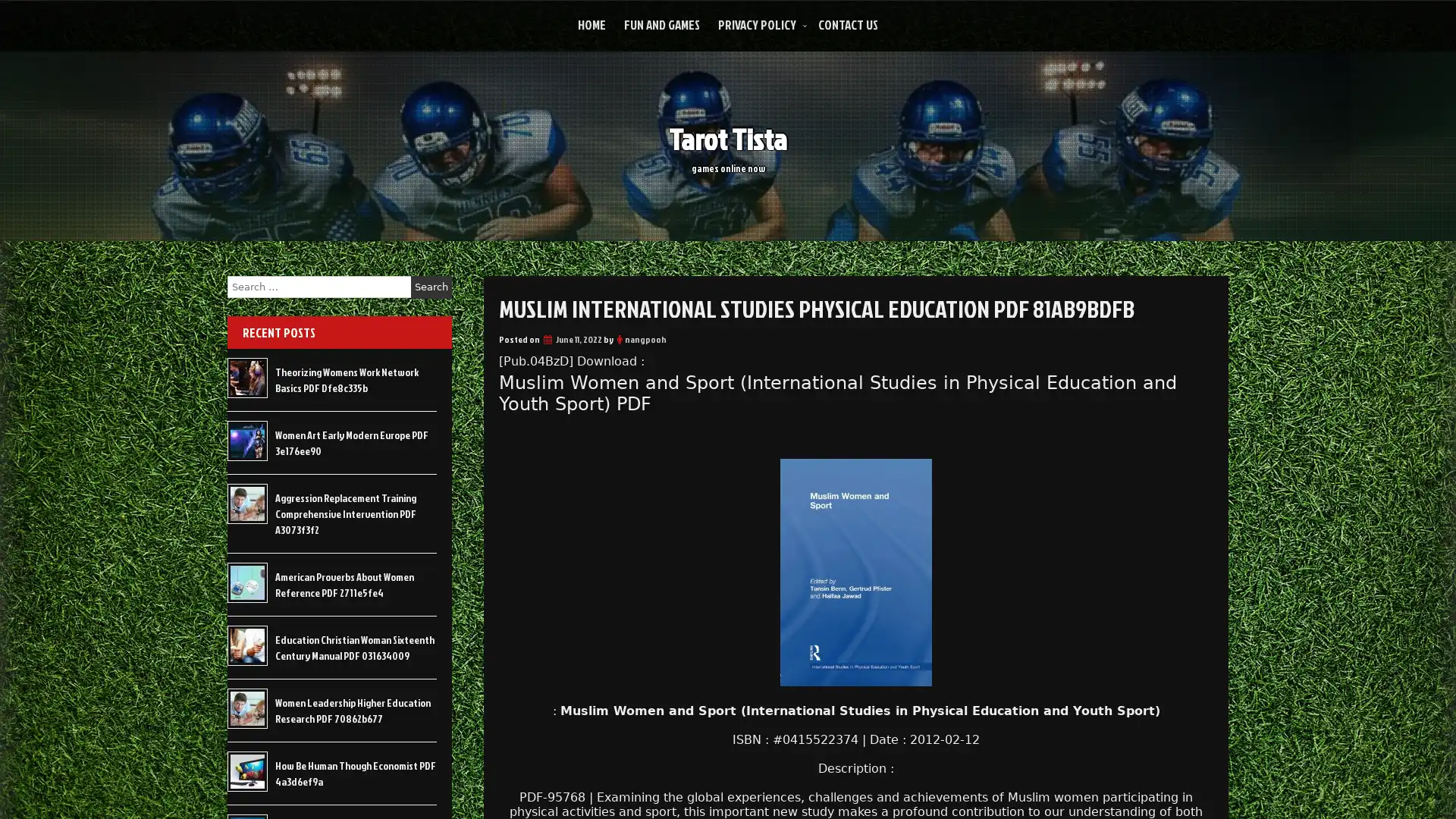 Image resolution: width=1456 pixels, height=819 pixels. What do you see at coordinates (431, 287) in the screenshot?
I see `Search` at bounding box center [431, 287].